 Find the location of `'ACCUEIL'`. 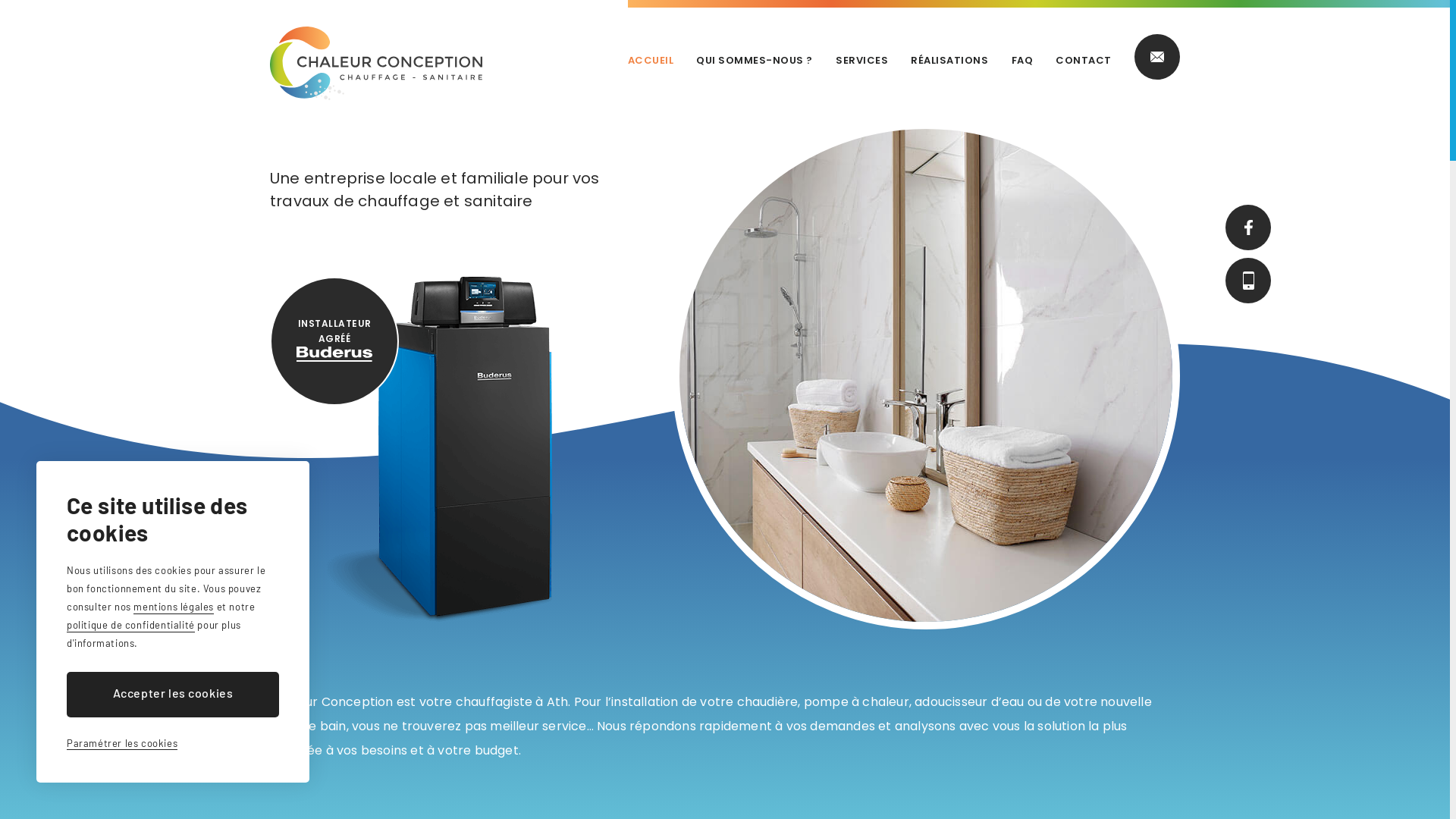

'ACCUEIL' is located at coordinates (651, 60).